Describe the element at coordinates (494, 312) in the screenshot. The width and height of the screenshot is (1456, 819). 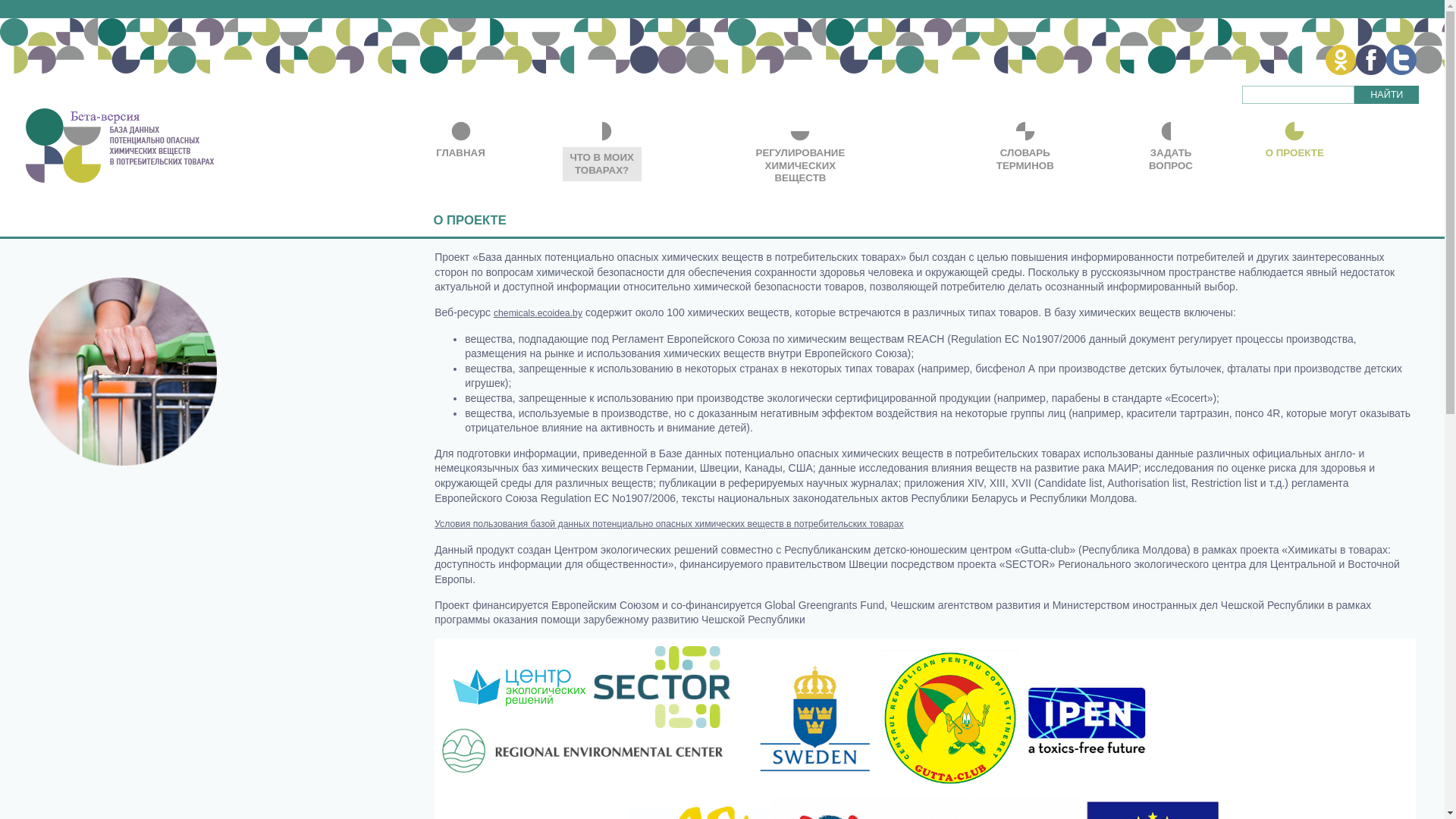
I see `'chemicals.ecoidea.by'` at that location.